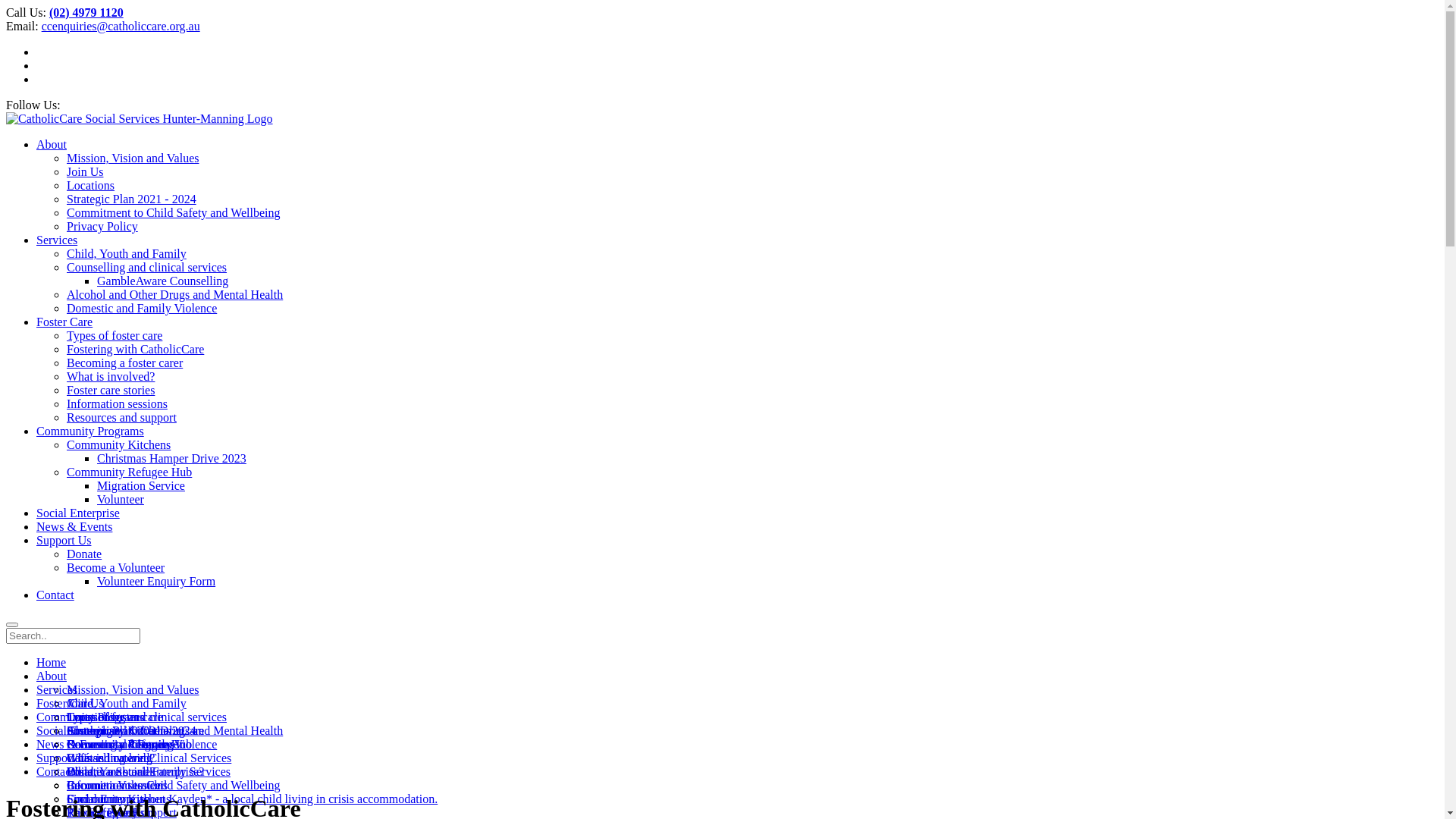 The height and width of the screenshot is (819, 1456). I want to click on 'Christmas Hamper Drive 2023', so click(171, 457).